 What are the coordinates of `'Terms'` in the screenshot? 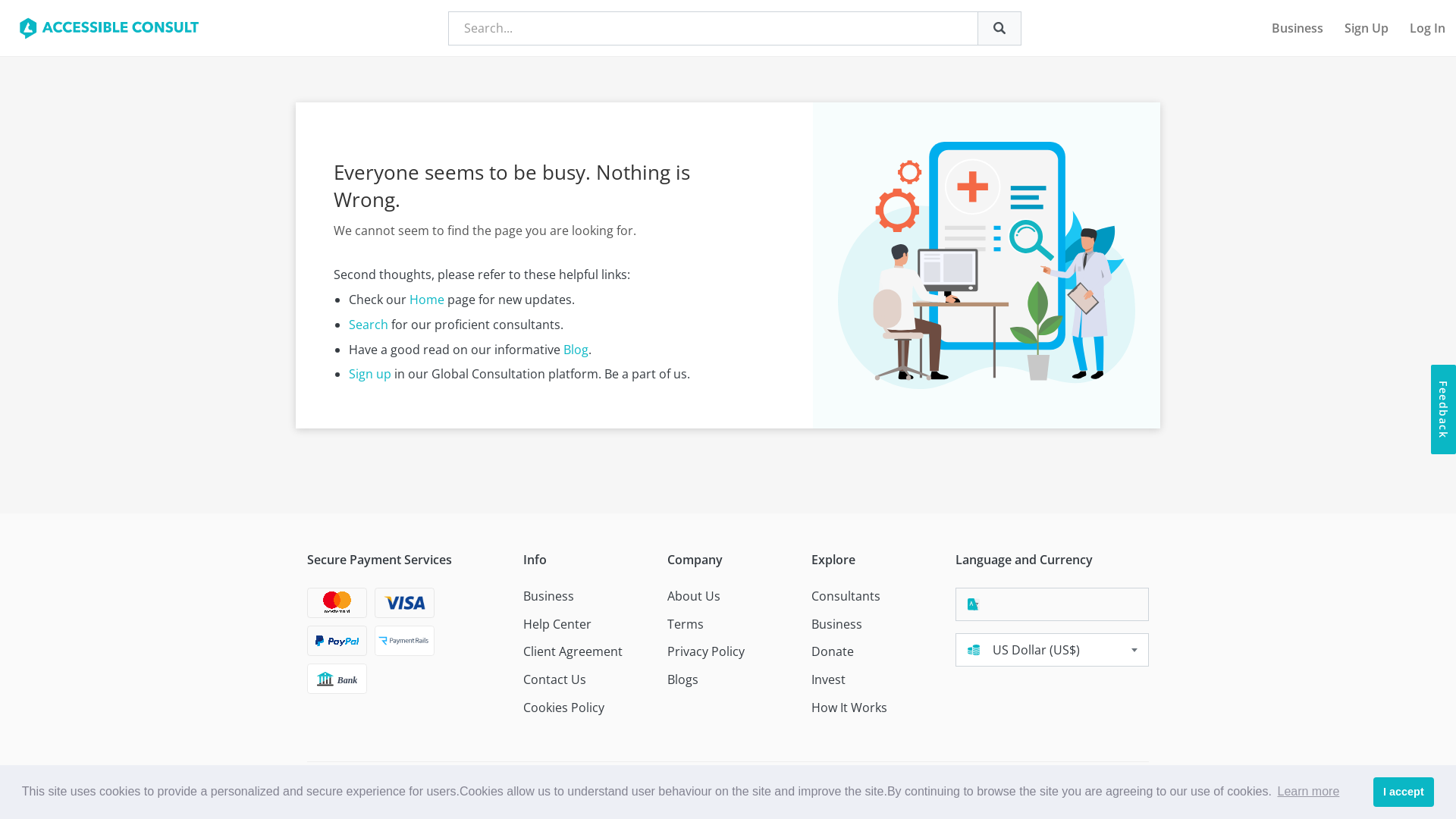 It's located at (684, 624).